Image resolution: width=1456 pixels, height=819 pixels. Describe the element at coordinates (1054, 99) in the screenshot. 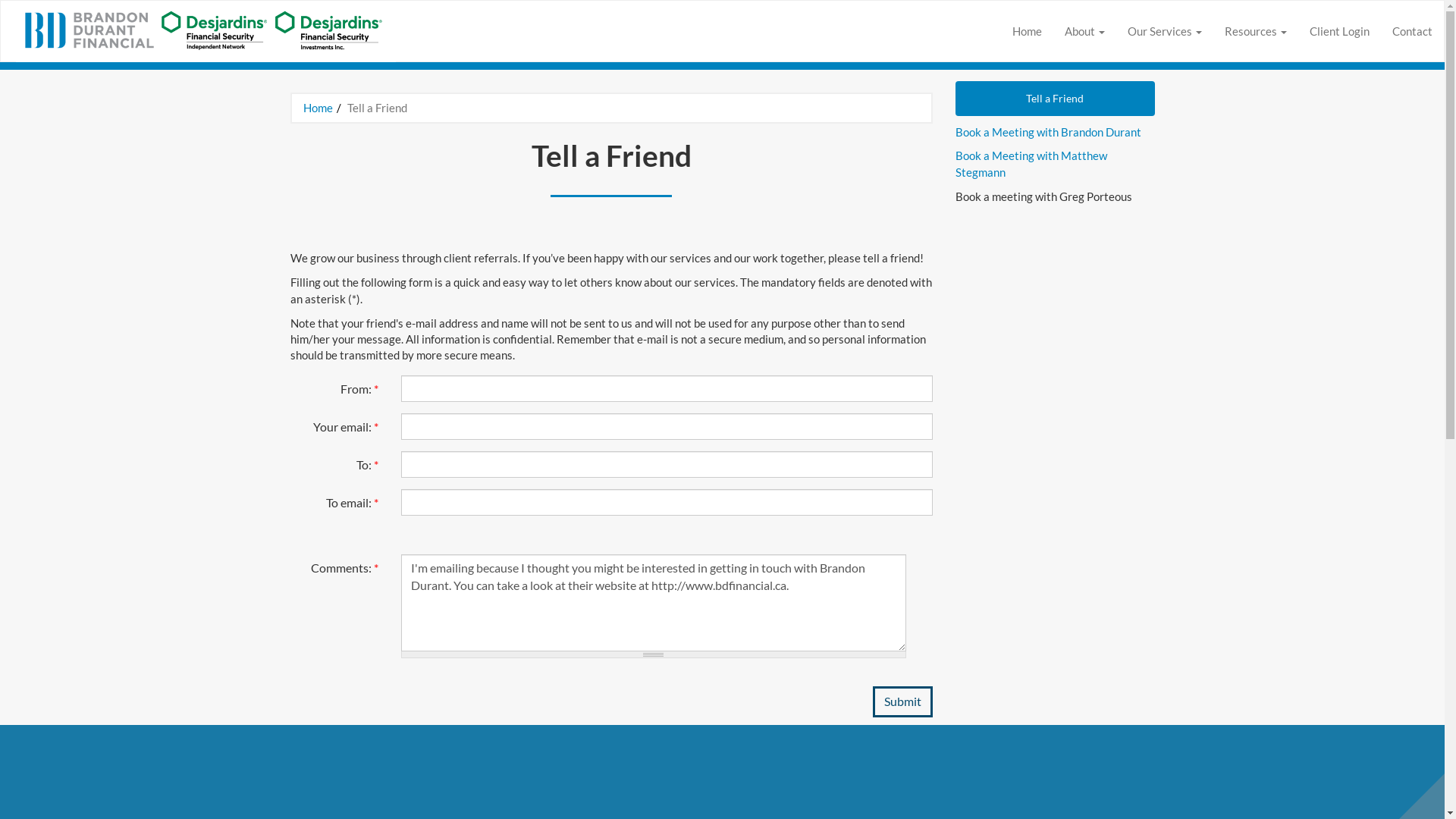

I see `'Tell a Friend'` at that location.